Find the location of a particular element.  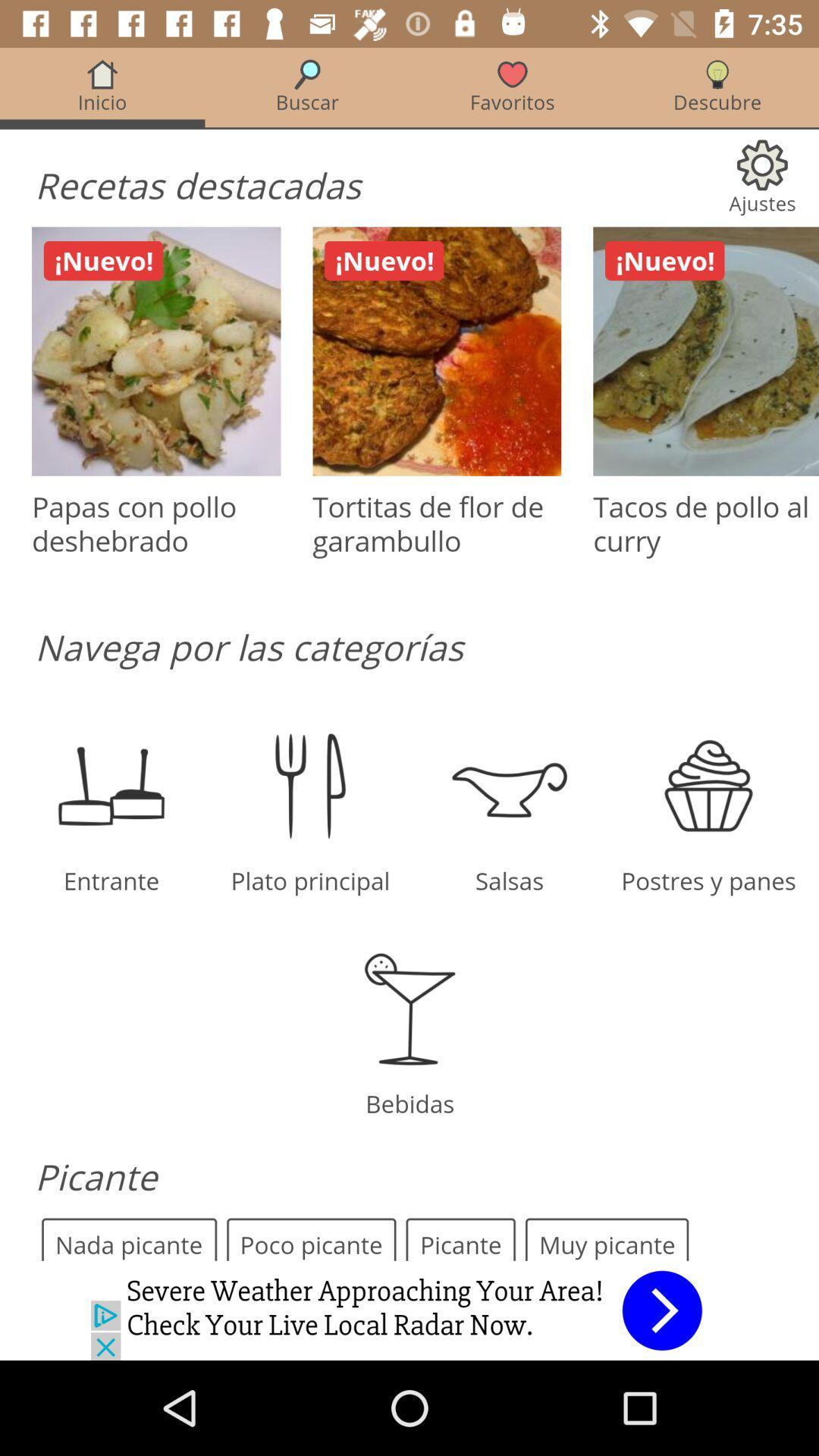

click discriiption is located at coordinates (409, 654).